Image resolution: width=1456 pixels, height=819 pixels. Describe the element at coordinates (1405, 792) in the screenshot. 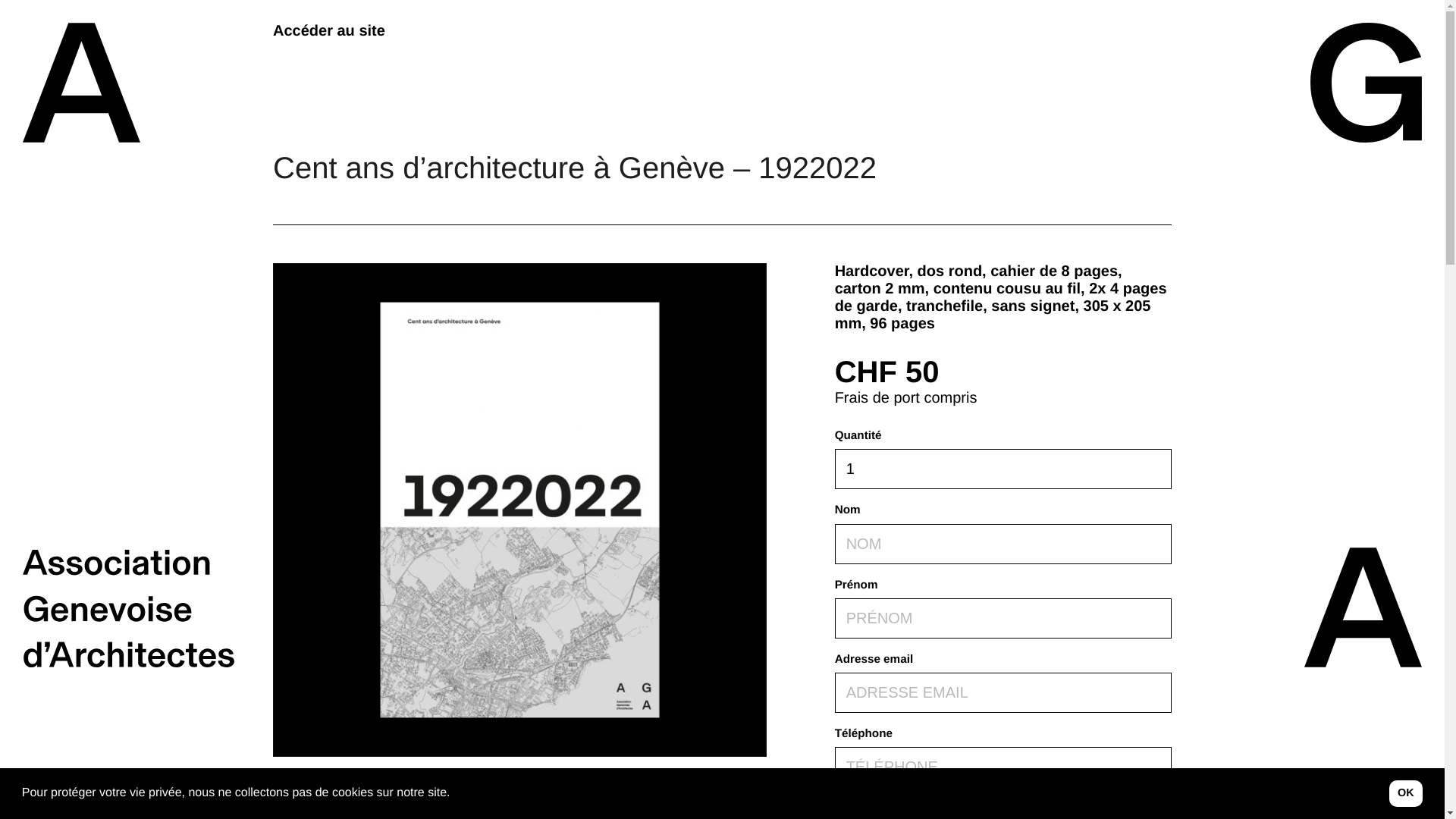

I see `'OK'` at that location.